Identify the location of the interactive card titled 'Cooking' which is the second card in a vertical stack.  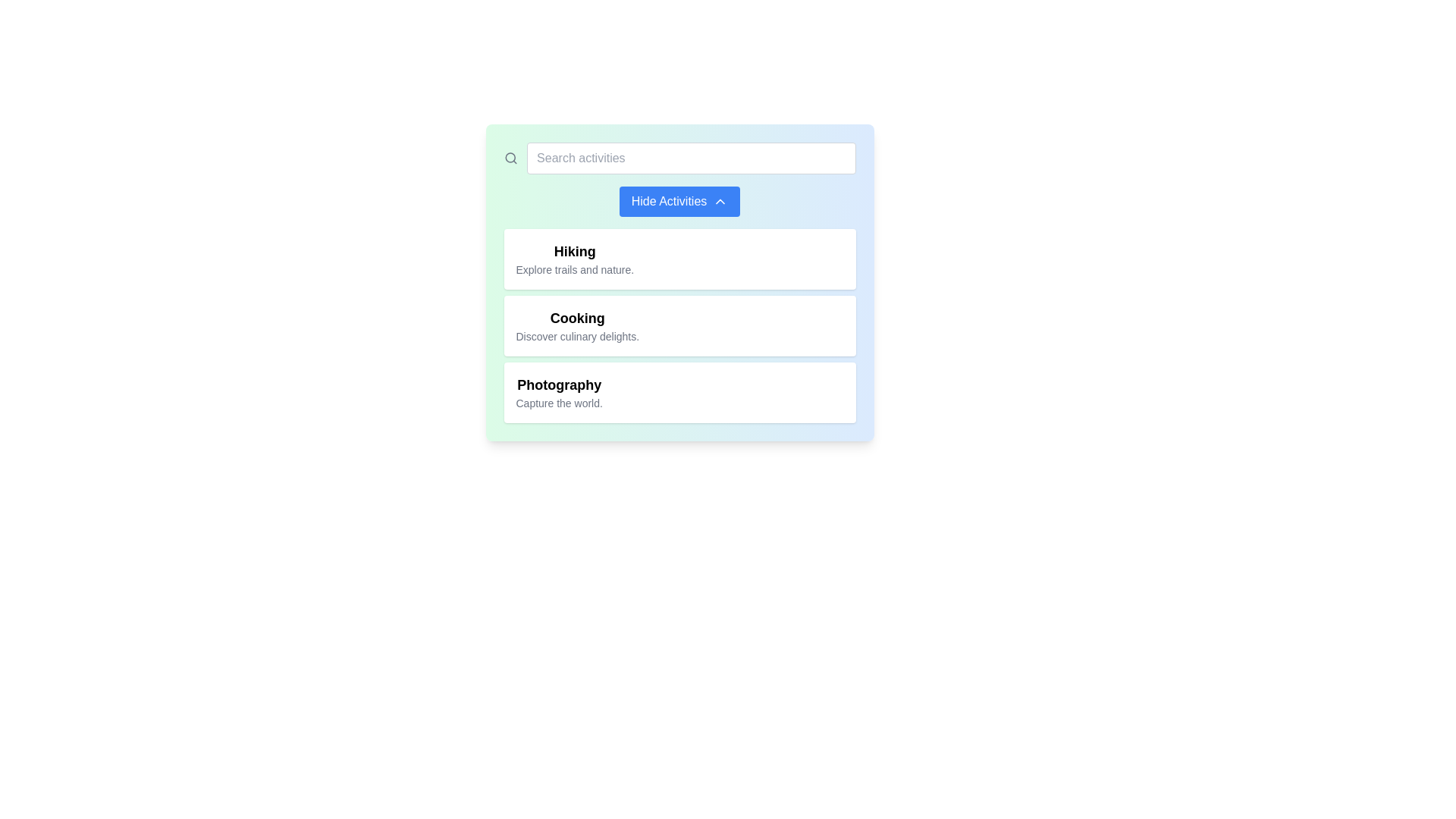
(679, 325).